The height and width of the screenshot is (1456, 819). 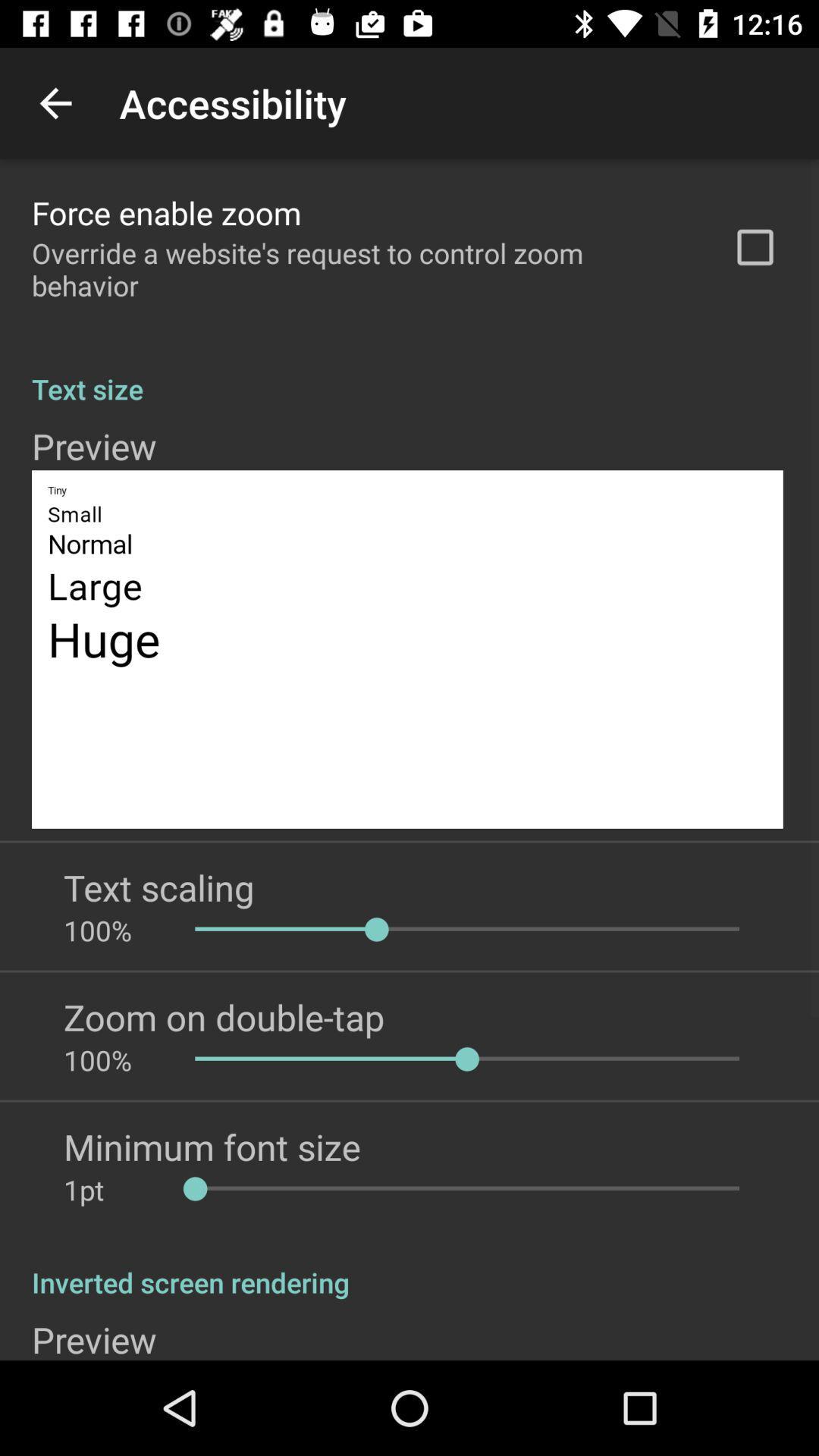 I want to click on the  box which is beside to force enable zoom, so click(x=755, y=247).